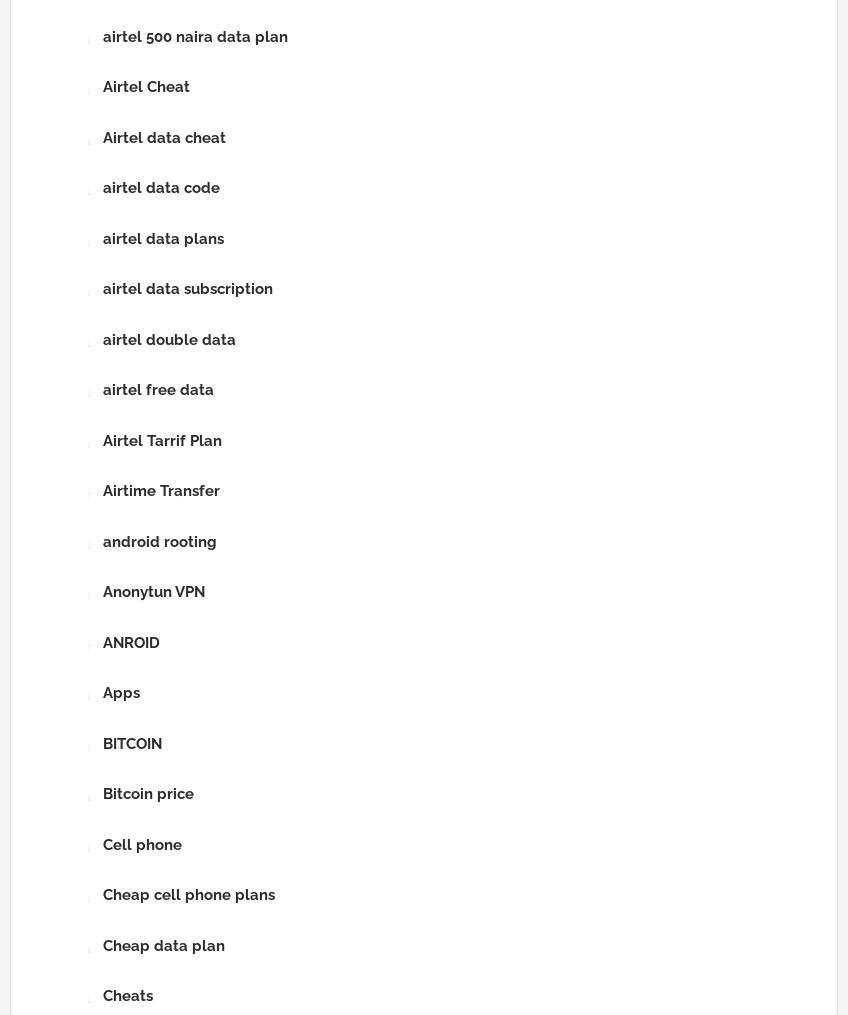 The width and height of the screenshot is (848, 1015). What do you see at coordinates (164, 137) in the screenshot?
I see `'Airtel data cheat'` at bounding box center [164, 137].